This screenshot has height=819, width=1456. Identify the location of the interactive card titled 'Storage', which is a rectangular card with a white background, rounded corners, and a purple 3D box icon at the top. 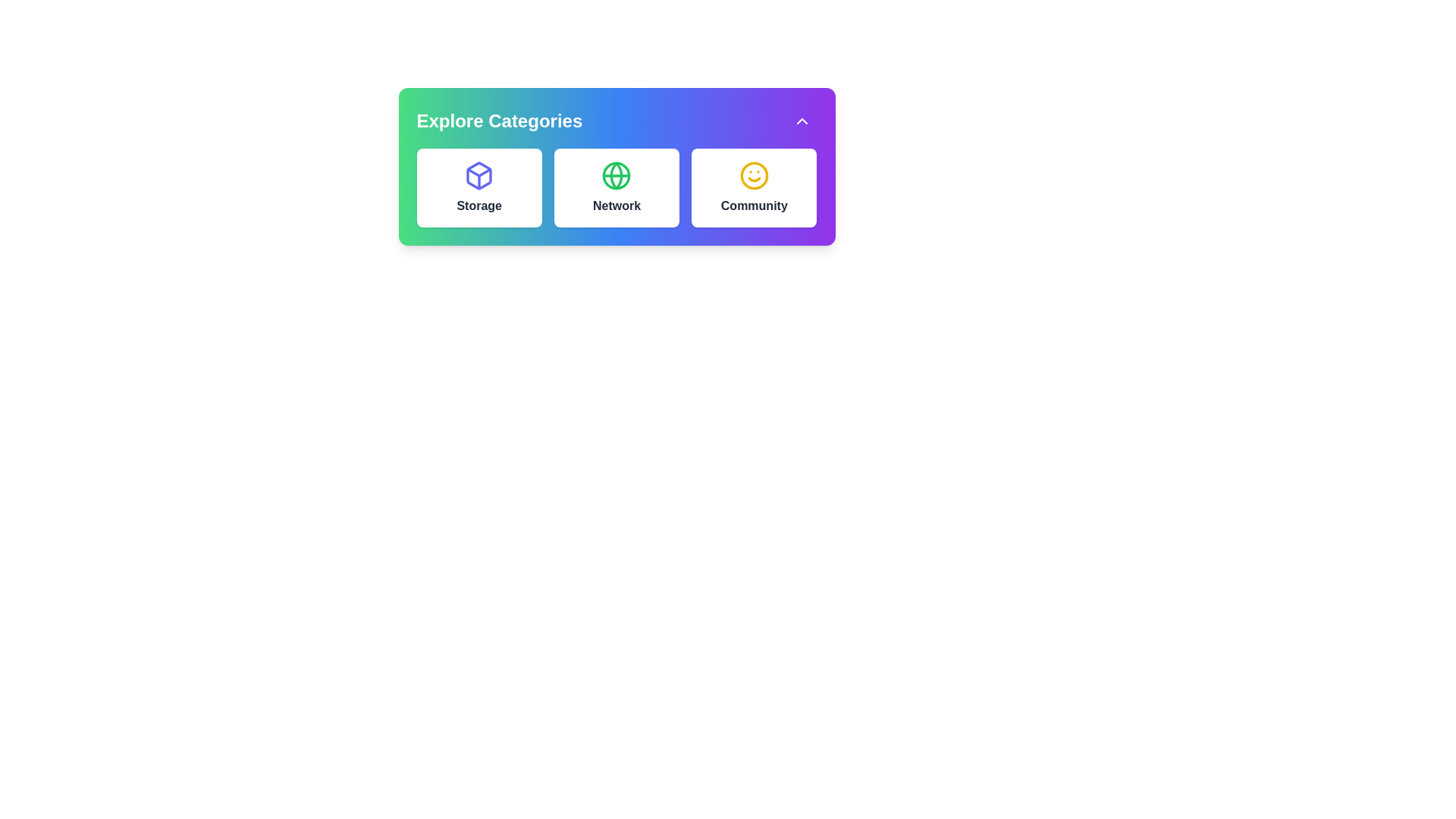
(479, 187).